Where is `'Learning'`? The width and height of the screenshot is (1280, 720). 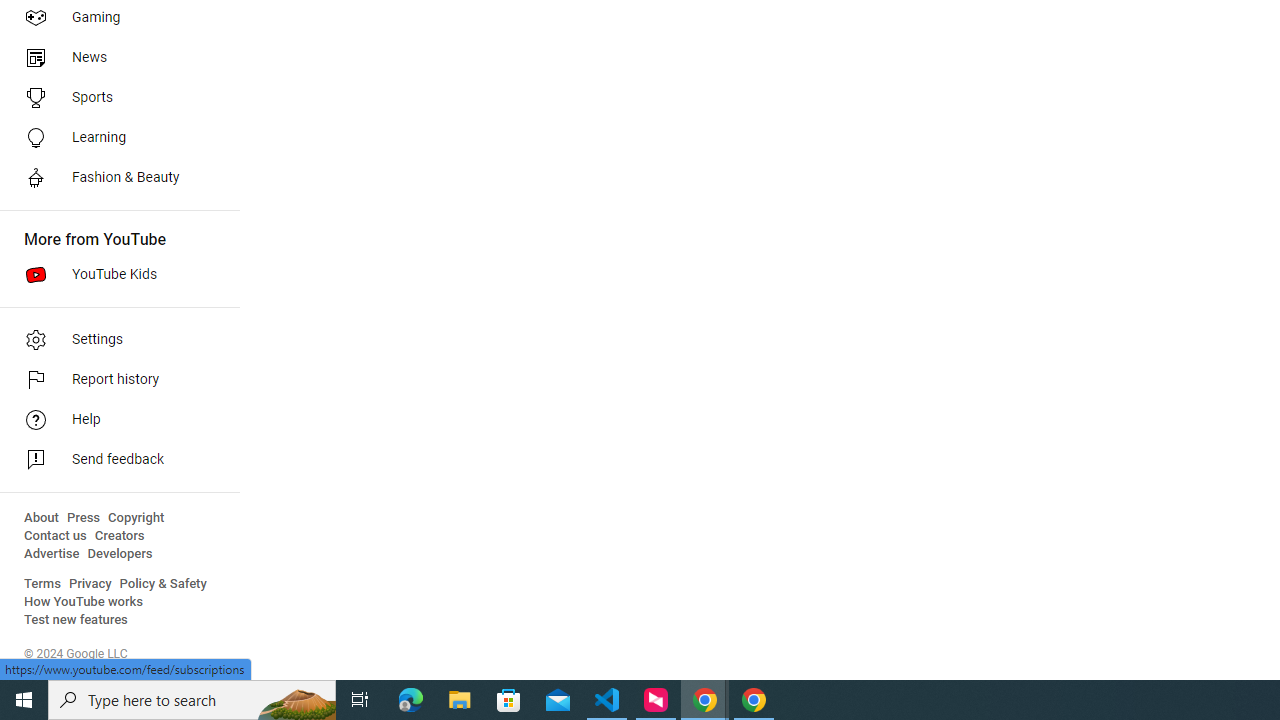
'Learning' is located at coordinates (112, 136).